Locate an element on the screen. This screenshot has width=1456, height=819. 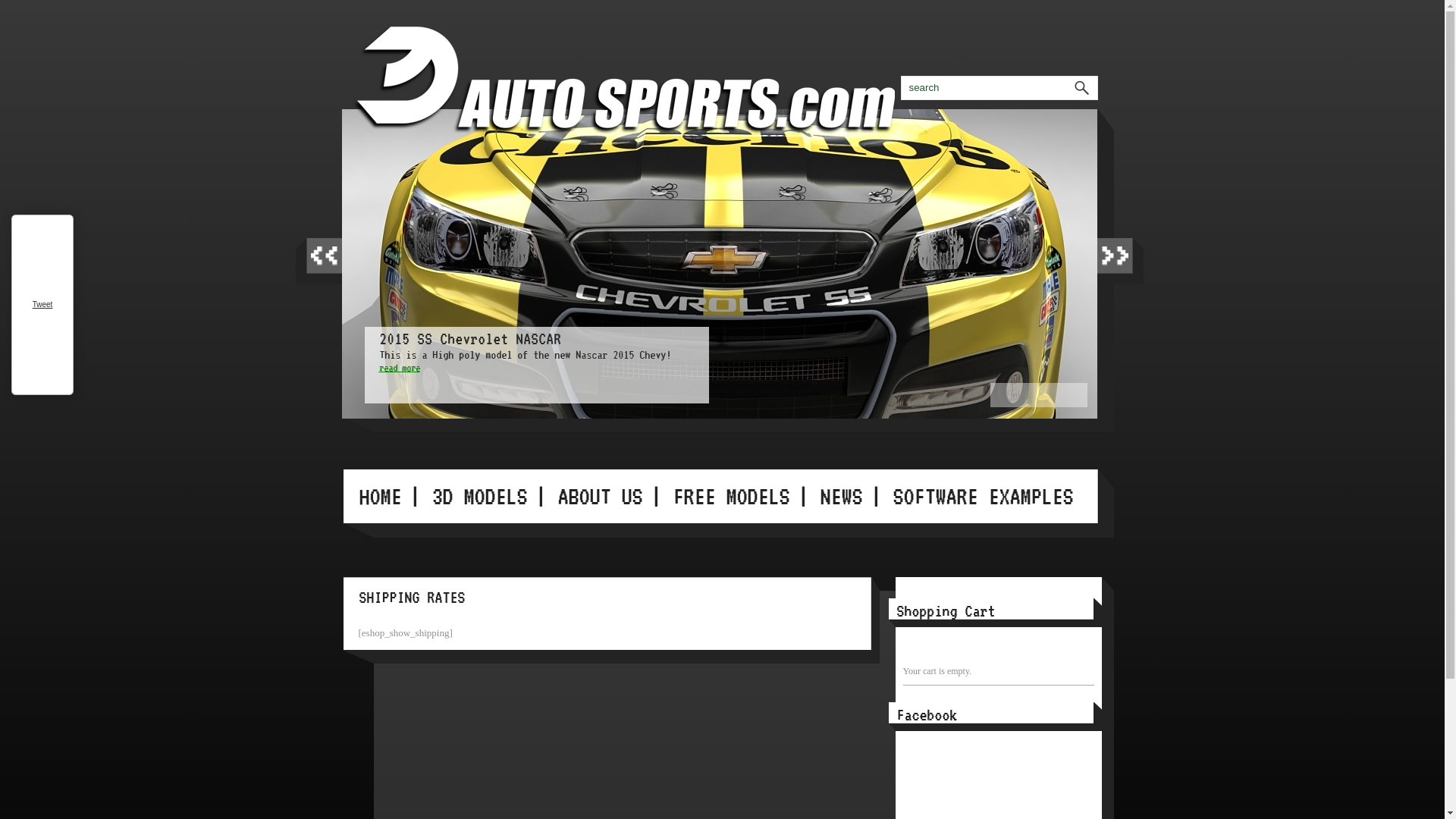
'FREE MODELS' is located at coordinates (730, 496).